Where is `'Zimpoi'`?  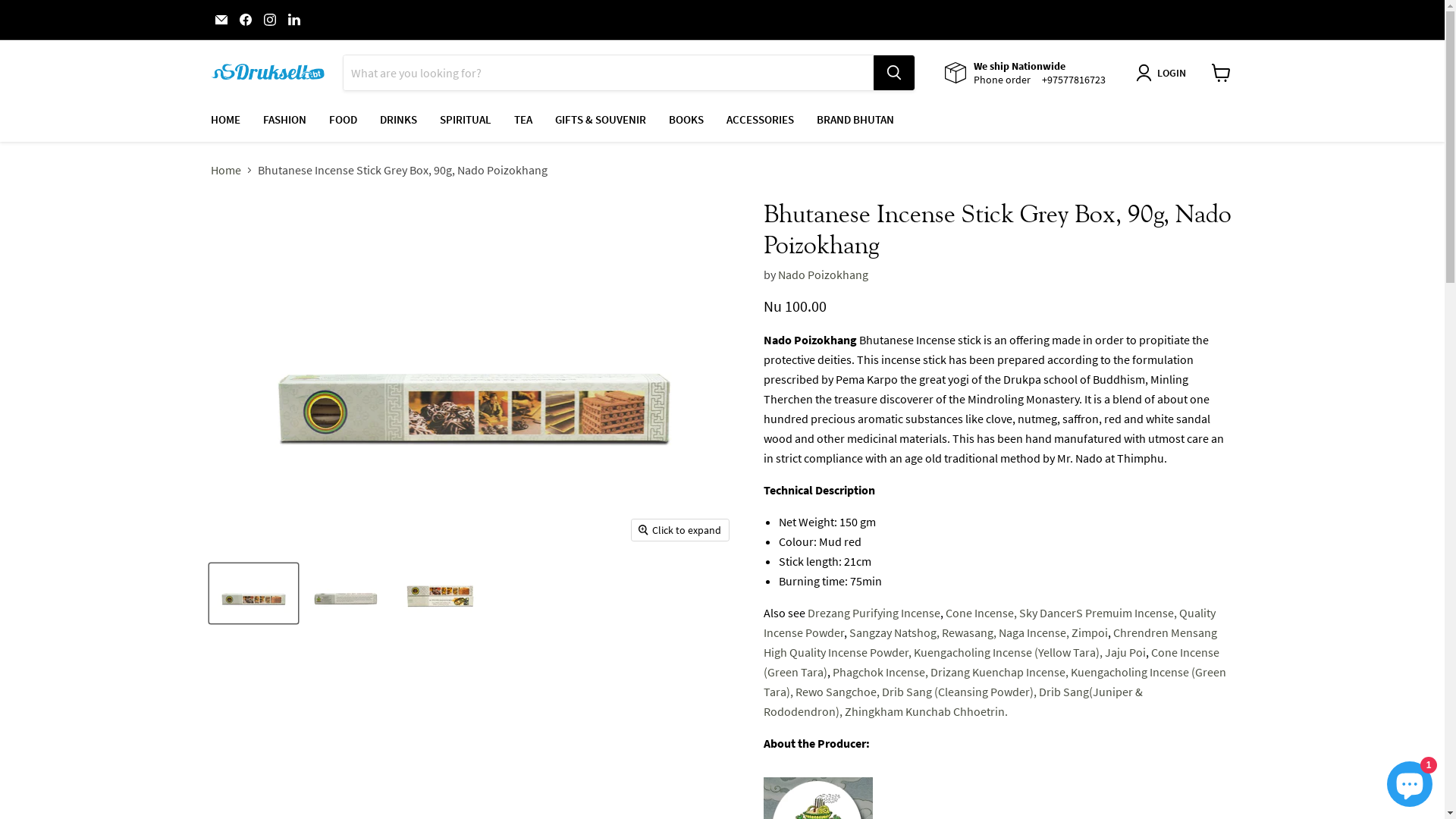
'Zimpoi' is located at coordinates (1087, 632).